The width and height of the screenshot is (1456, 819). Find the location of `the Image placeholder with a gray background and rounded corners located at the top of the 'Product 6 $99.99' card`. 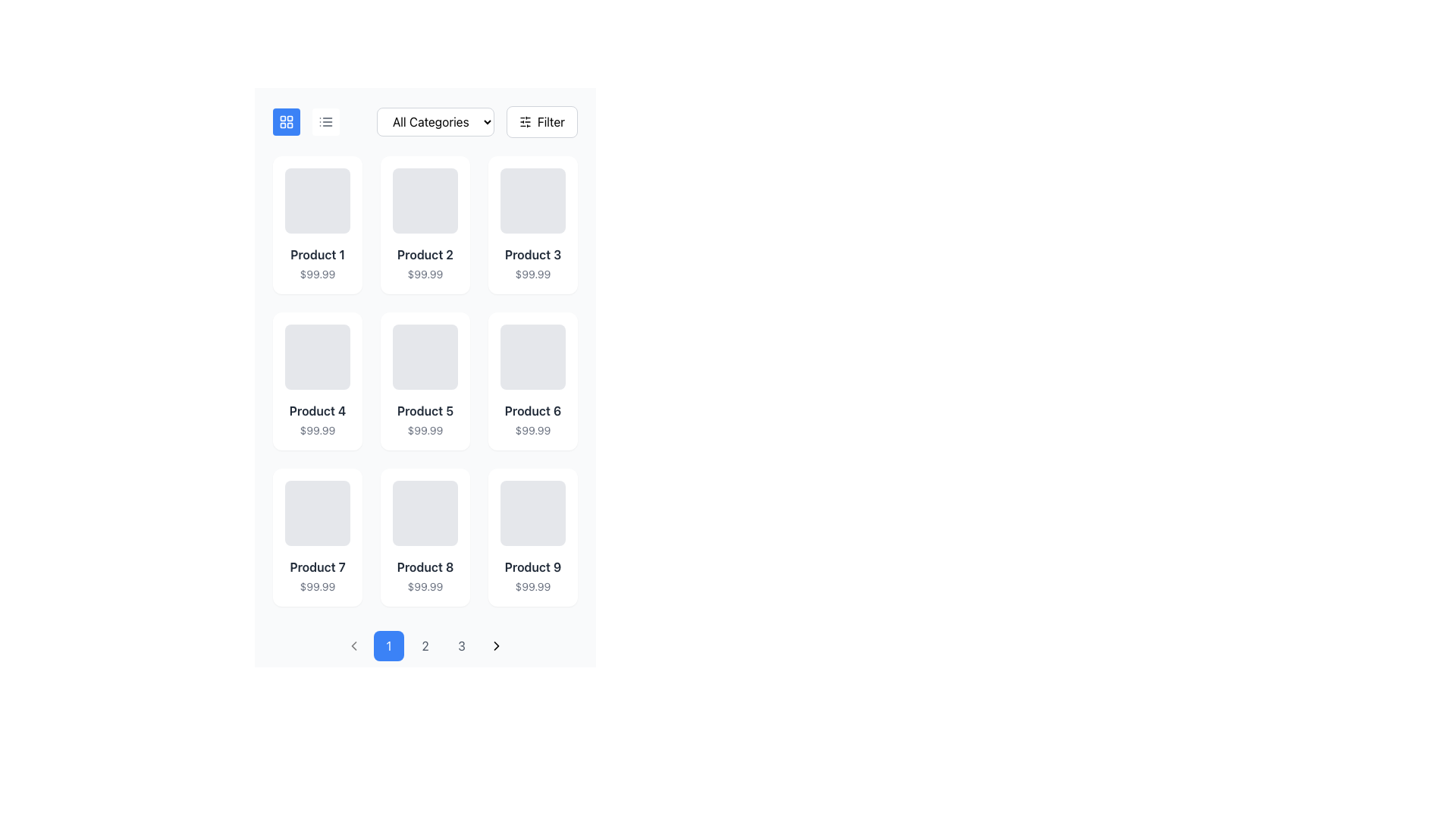

the Image placeholder with a gray background and rounded corners located at the top of the 'Product 6 $99.99' card is located at coordinates (532, 356).